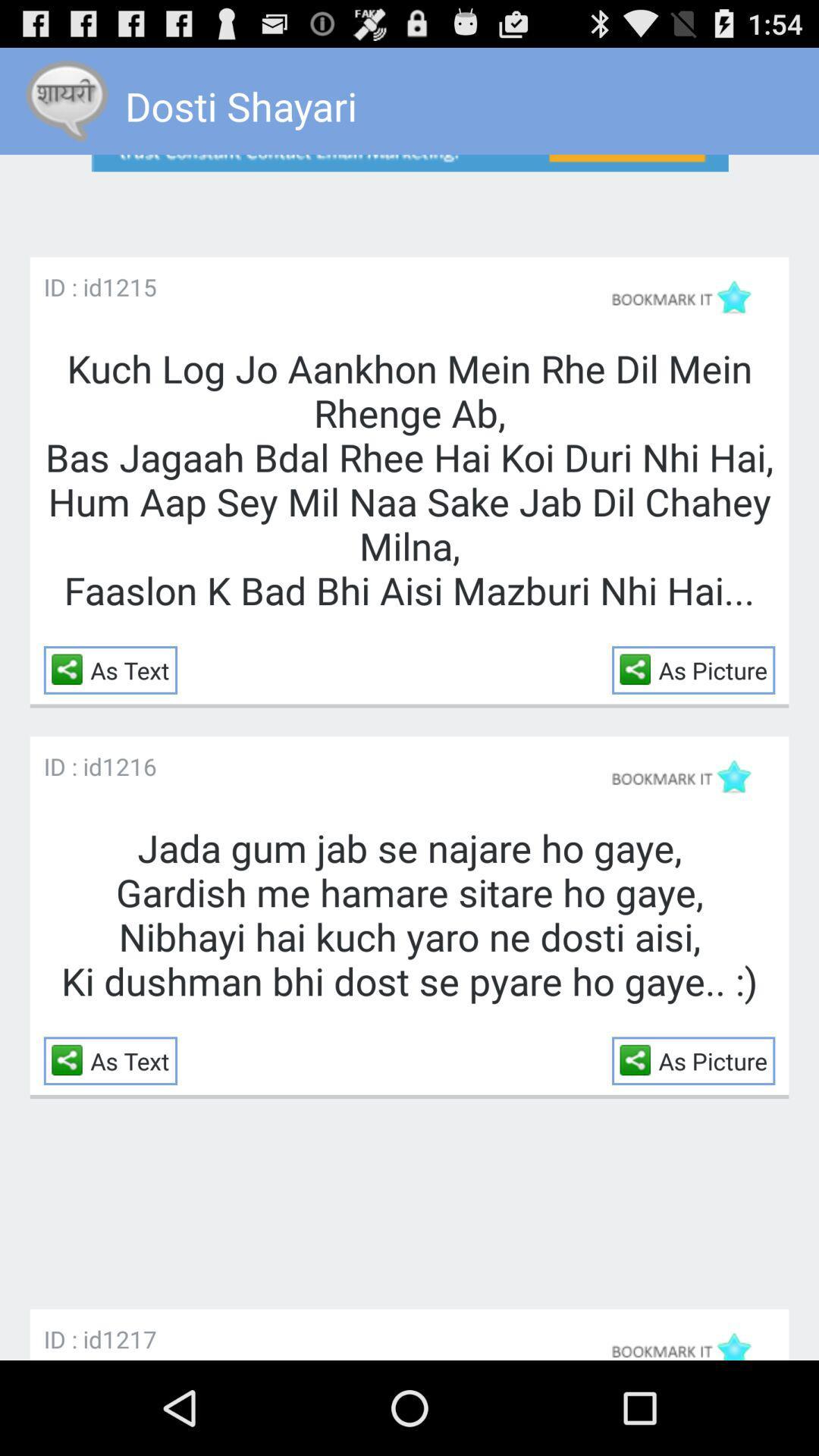 This screenshot has width=819, height=1456. What do you see at coordinates (128, 766) in the screenshot?
I see `the 1216 item` at bounding box center [128, 766].